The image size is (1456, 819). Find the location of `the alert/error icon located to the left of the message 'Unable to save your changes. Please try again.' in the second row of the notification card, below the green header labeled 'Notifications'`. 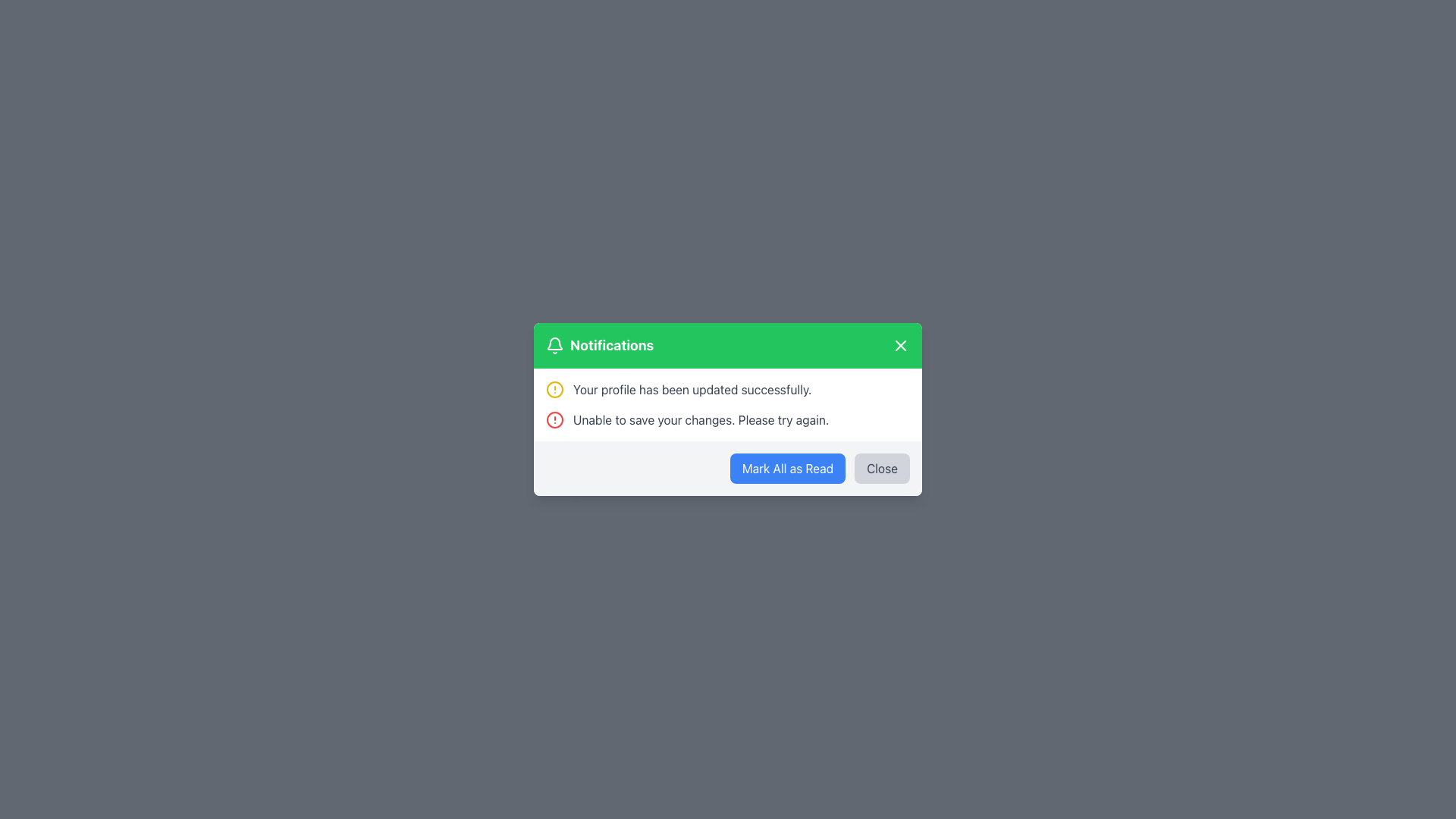

the alert/error icon located to the left of the message 'Unable to save your changes. Please try again.' in the second row of the notification card, below the green header labeled 'Notifications' is located at coordinates (554, 420).